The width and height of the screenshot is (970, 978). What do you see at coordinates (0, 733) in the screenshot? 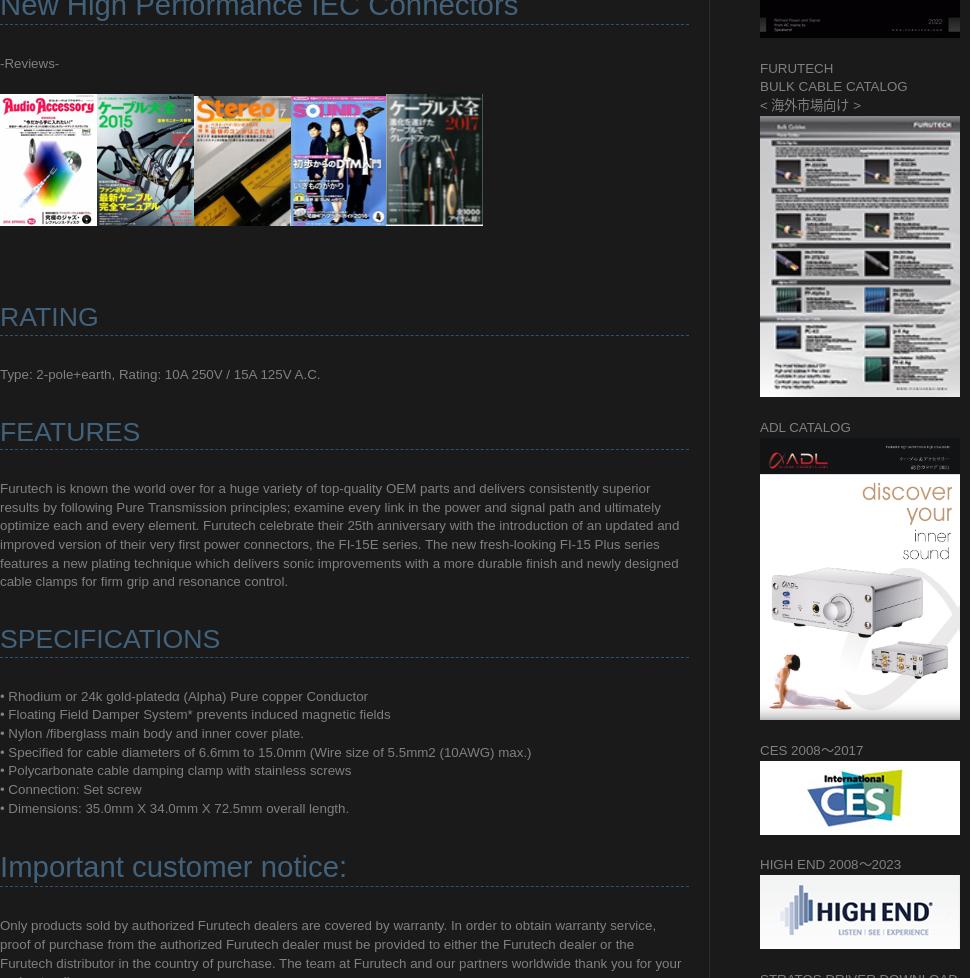
I see `'• Nylon /fiberglass main body and inner cover plate.'` at bounding box center [0, 733].